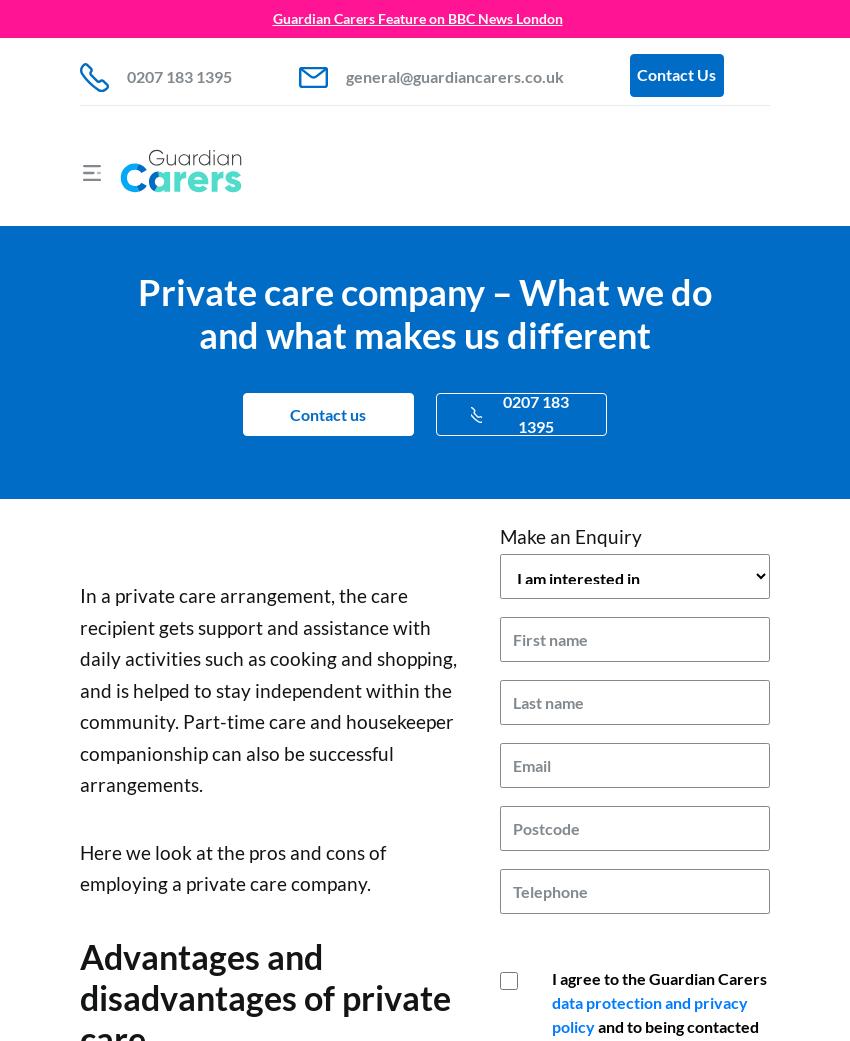 The width and height of the screenshot is (850, 1041). Describe the element at coordinates (454, 75) in the screenshot. I see `'general@guardiancarers.co.uk'` at that location.